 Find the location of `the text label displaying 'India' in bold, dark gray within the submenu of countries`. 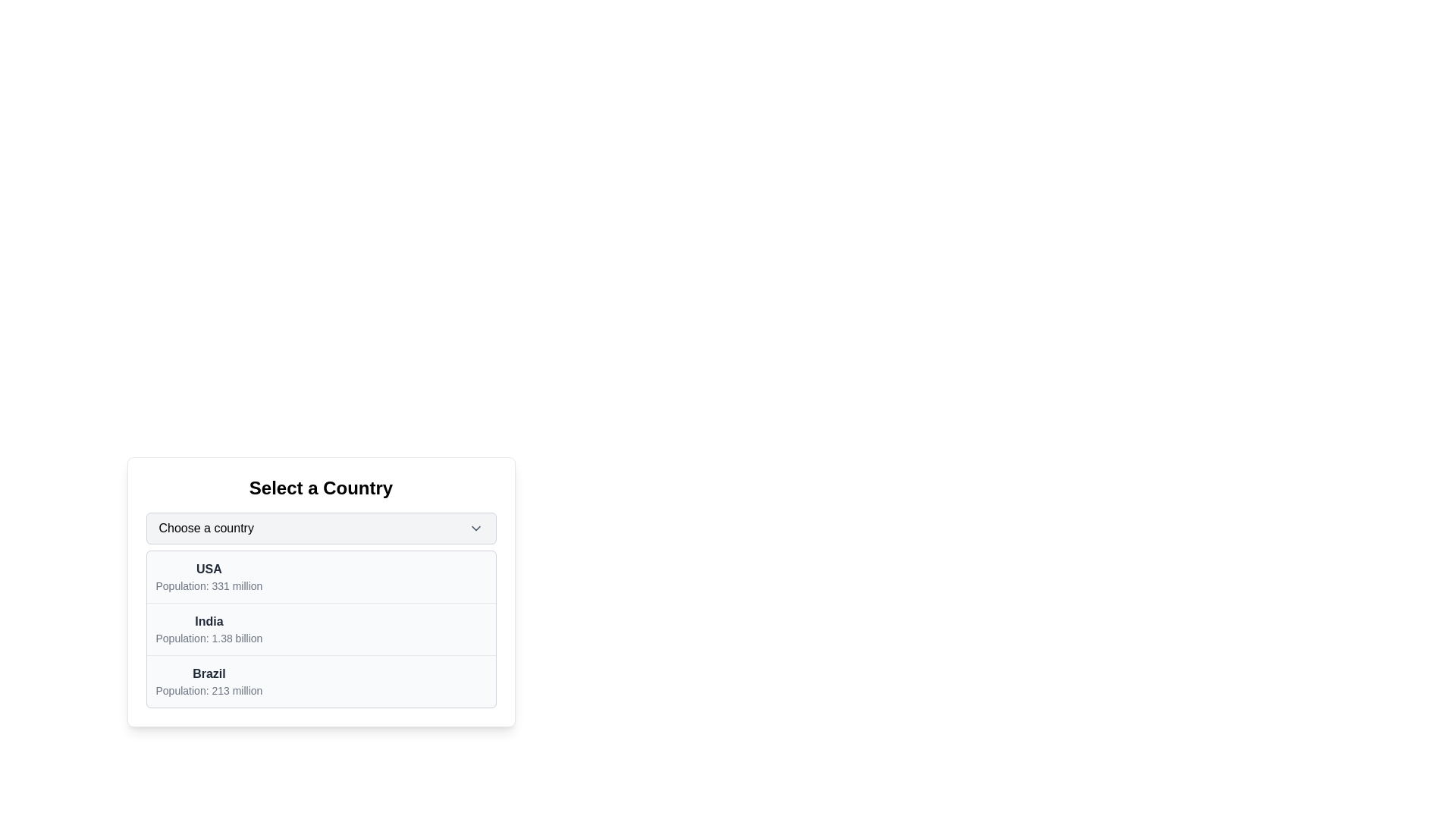

the text label displaying 'India' in bold, dark gray within the submenu of countries is located at coordinates (208, 622).